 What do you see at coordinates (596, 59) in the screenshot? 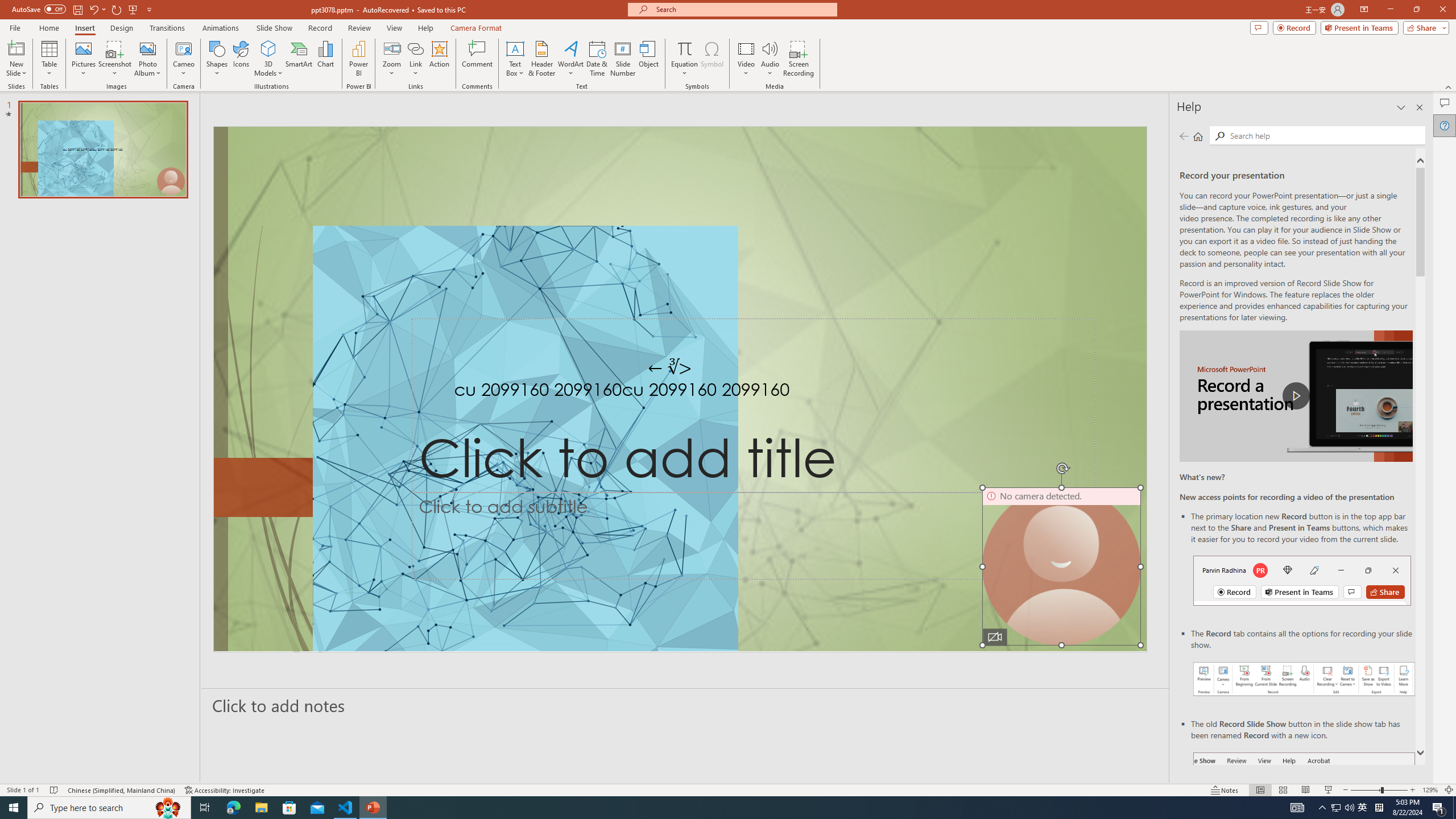
I see `'Date & Time...'` at bounding box center [596, 59].